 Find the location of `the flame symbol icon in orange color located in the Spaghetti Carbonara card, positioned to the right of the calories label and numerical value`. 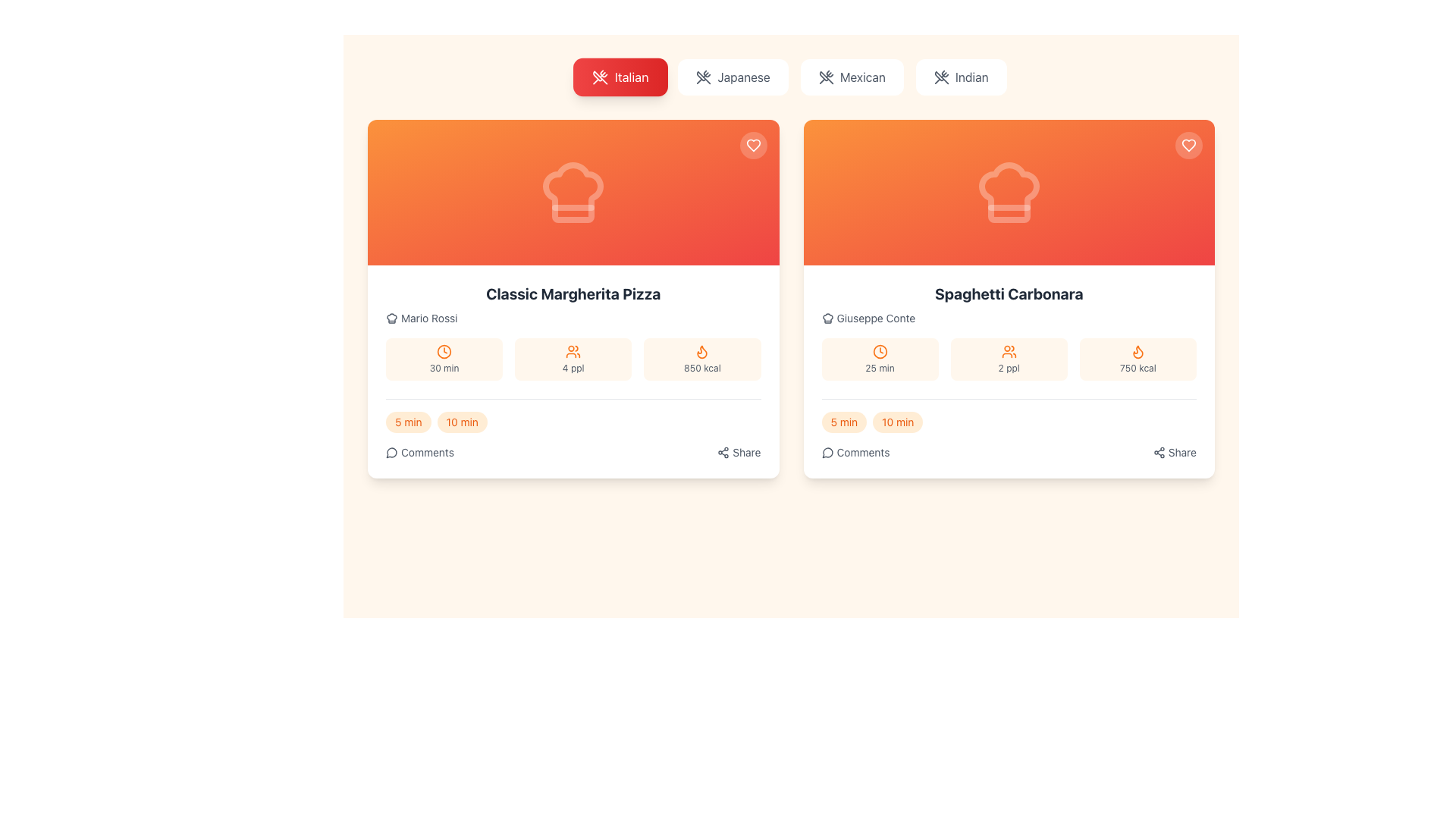

the flame symbol icon in orange color located in the Spaghetti Carbonara card, positioned to the right of the calories label and numerical value is located at coordinates (1137, 352).